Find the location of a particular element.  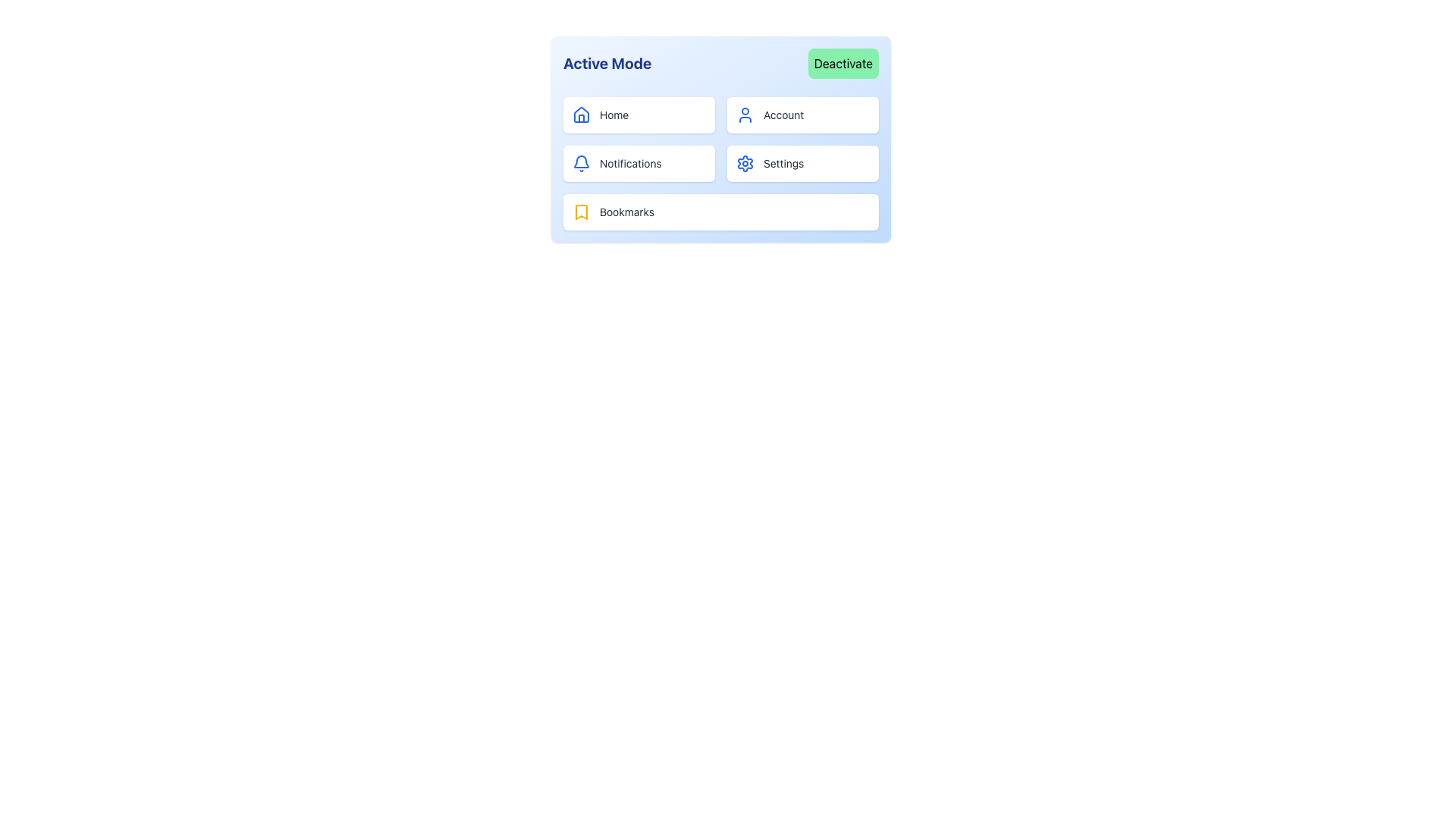

the 'Bookmarks' text label located to the right of the icon in the bottom-left corner of the UI, under the 'Notifications' option is located at coordinates (626, 212).